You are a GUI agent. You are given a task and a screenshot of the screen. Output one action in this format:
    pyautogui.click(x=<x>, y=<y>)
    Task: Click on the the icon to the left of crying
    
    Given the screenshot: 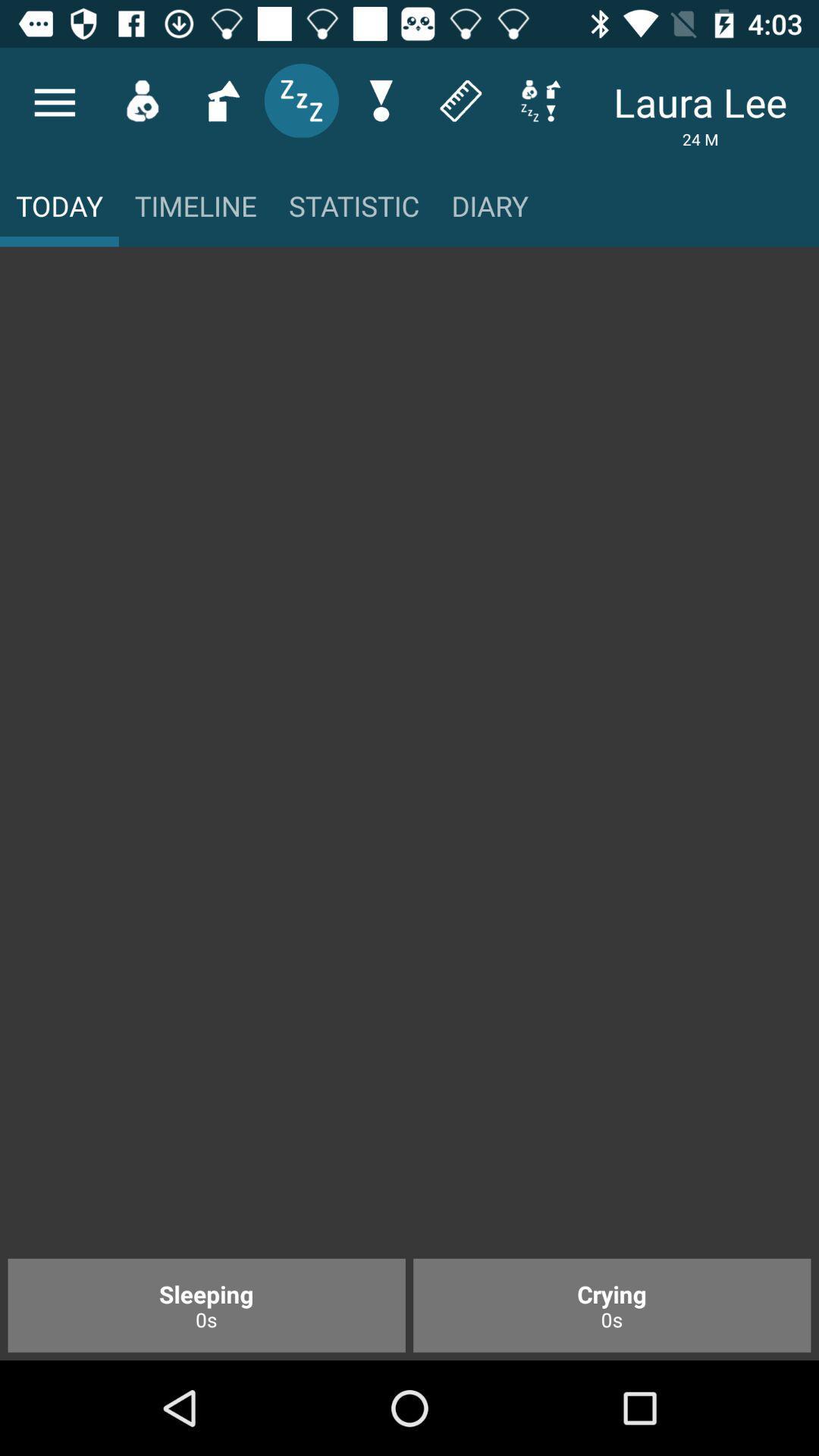 What is the action you would take?
    pyautogui.click(x=206, y=1304)
    